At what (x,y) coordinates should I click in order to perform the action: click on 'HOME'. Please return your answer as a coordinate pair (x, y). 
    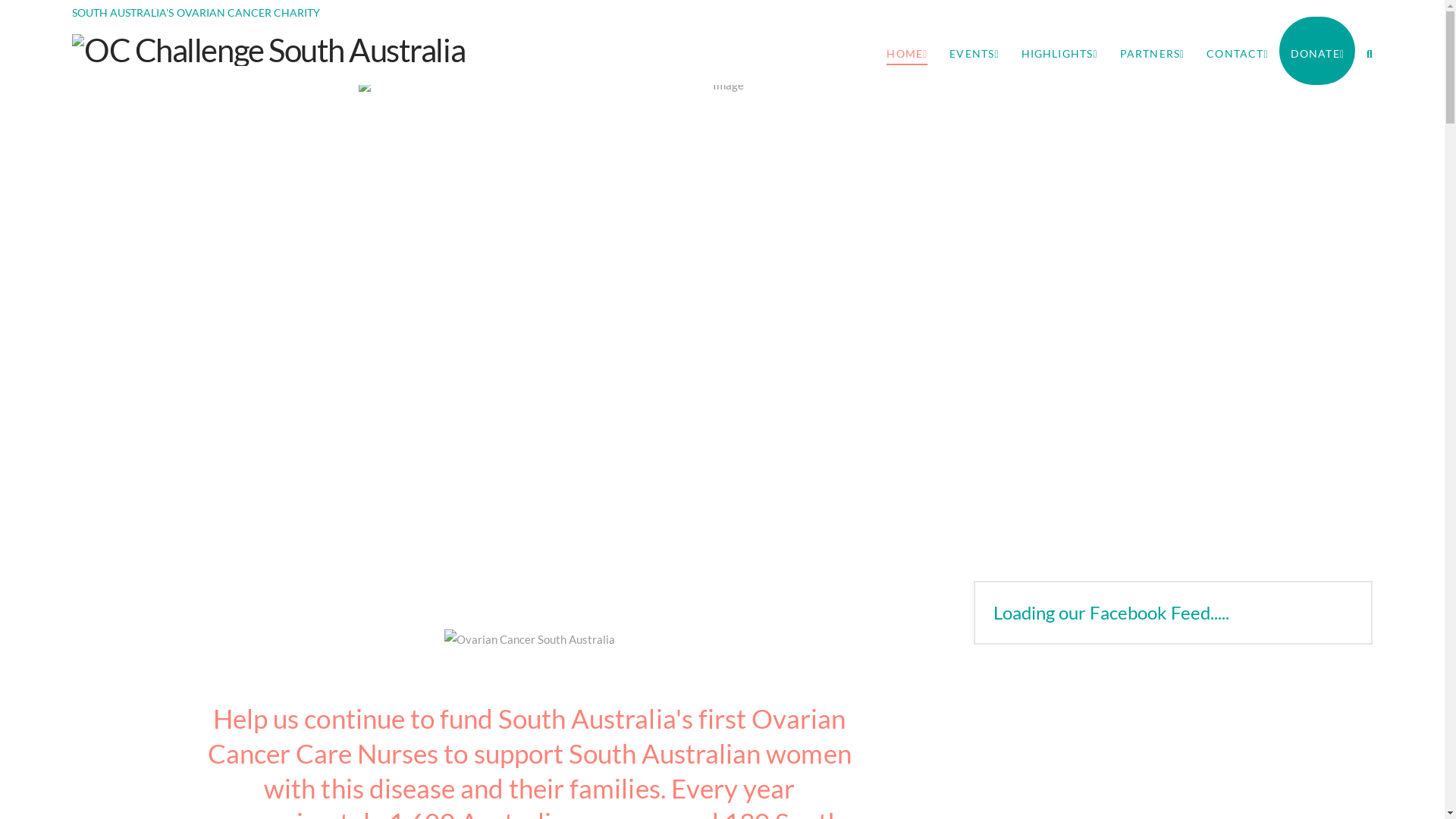
    Looking at the image, I should click on (906, 49).